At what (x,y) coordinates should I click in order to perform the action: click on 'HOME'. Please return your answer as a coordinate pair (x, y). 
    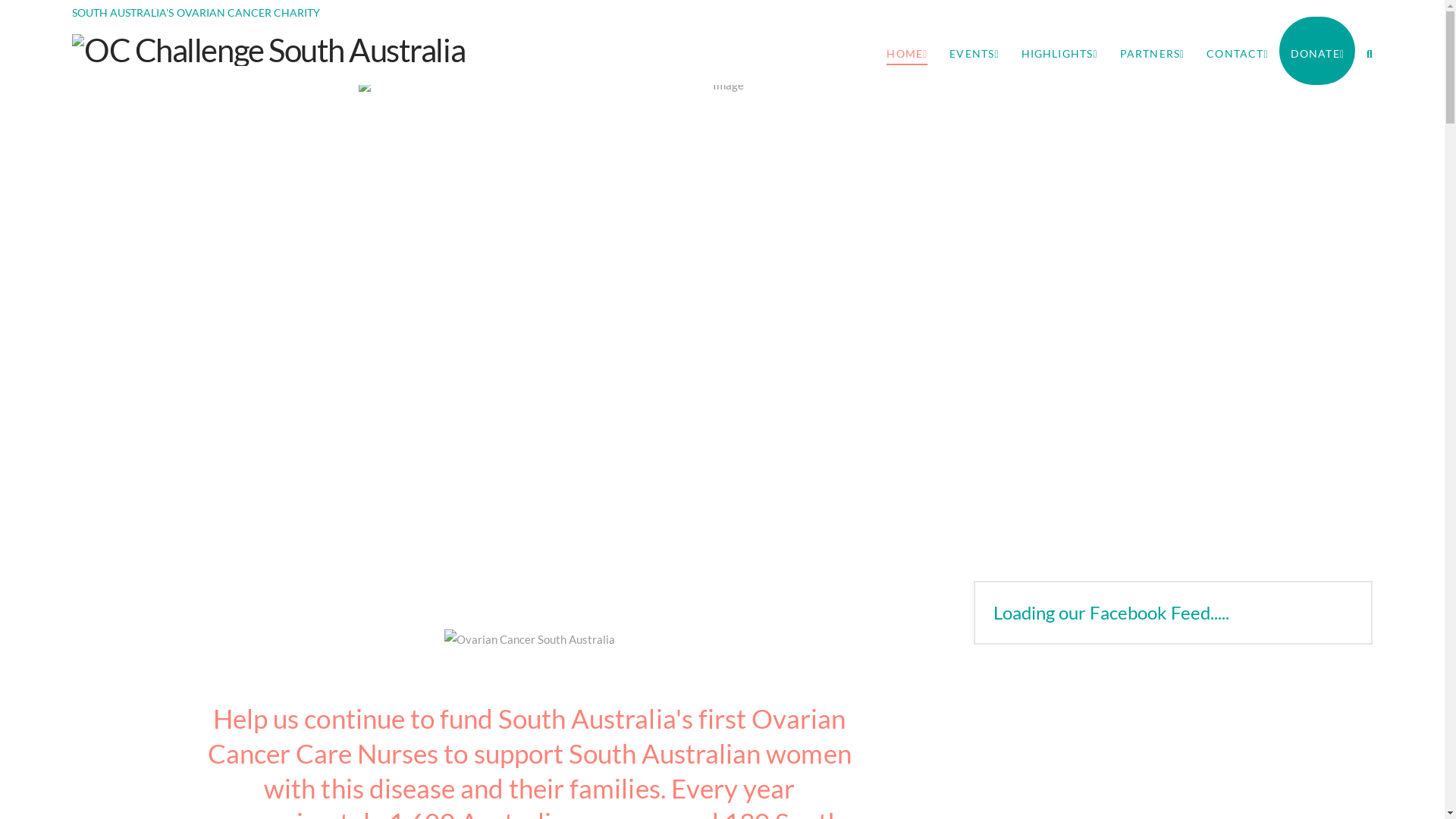
    Looking at the image, I should click on (906, 49).